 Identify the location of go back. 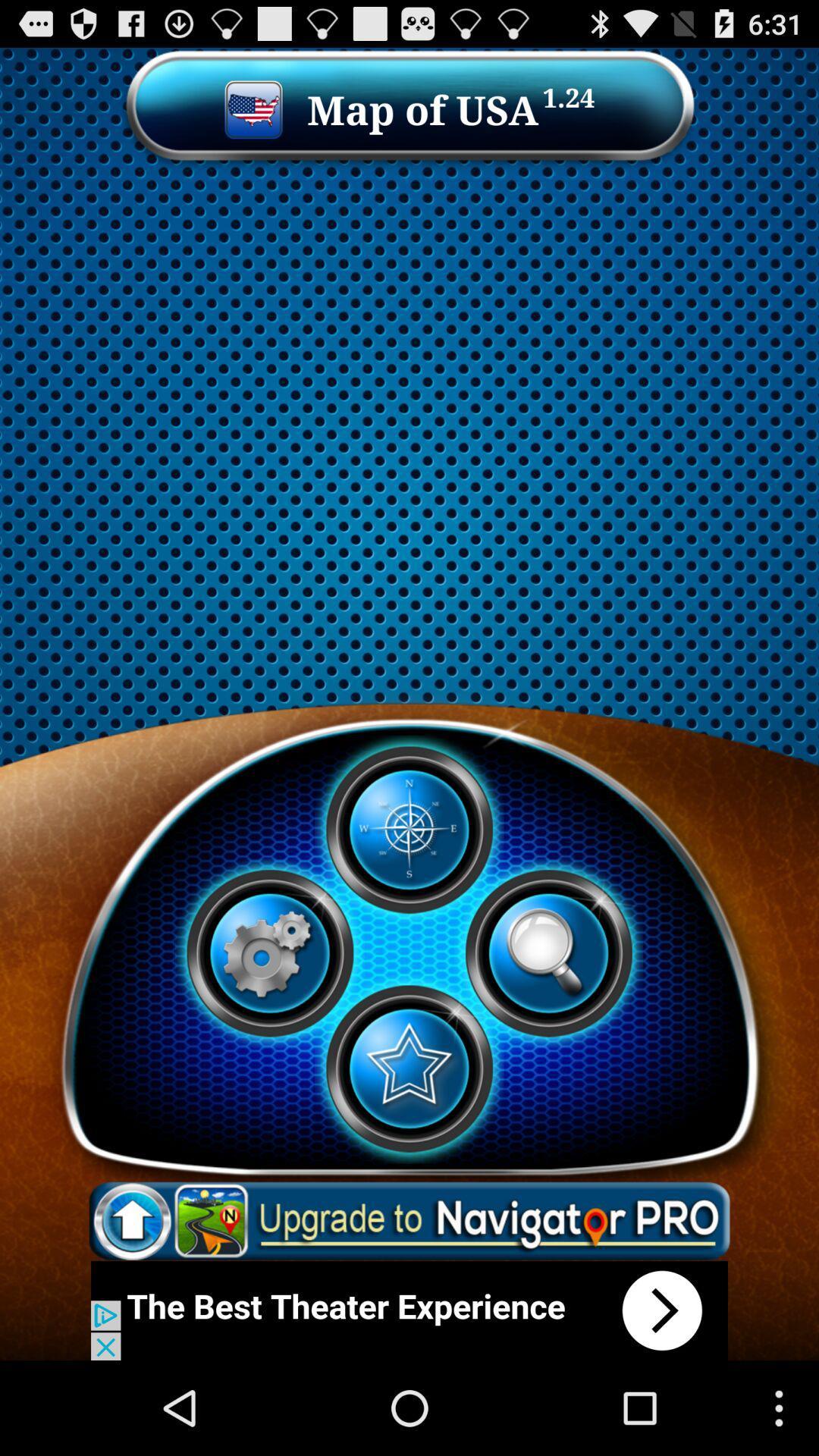
(409, 1310).